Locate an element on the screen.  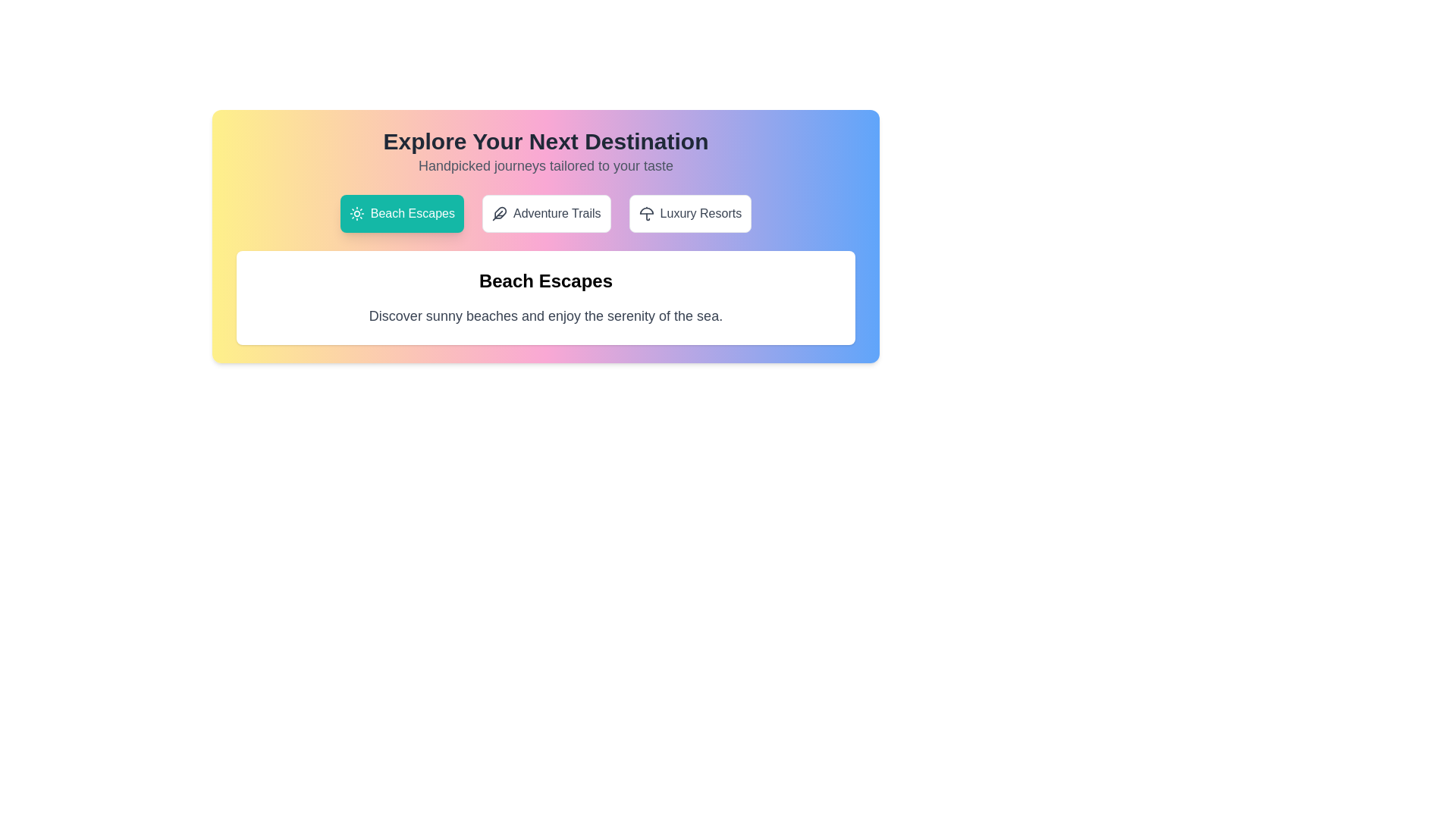
the tab labeled 'Beach Escapes' is located at coordinates (402, 213).